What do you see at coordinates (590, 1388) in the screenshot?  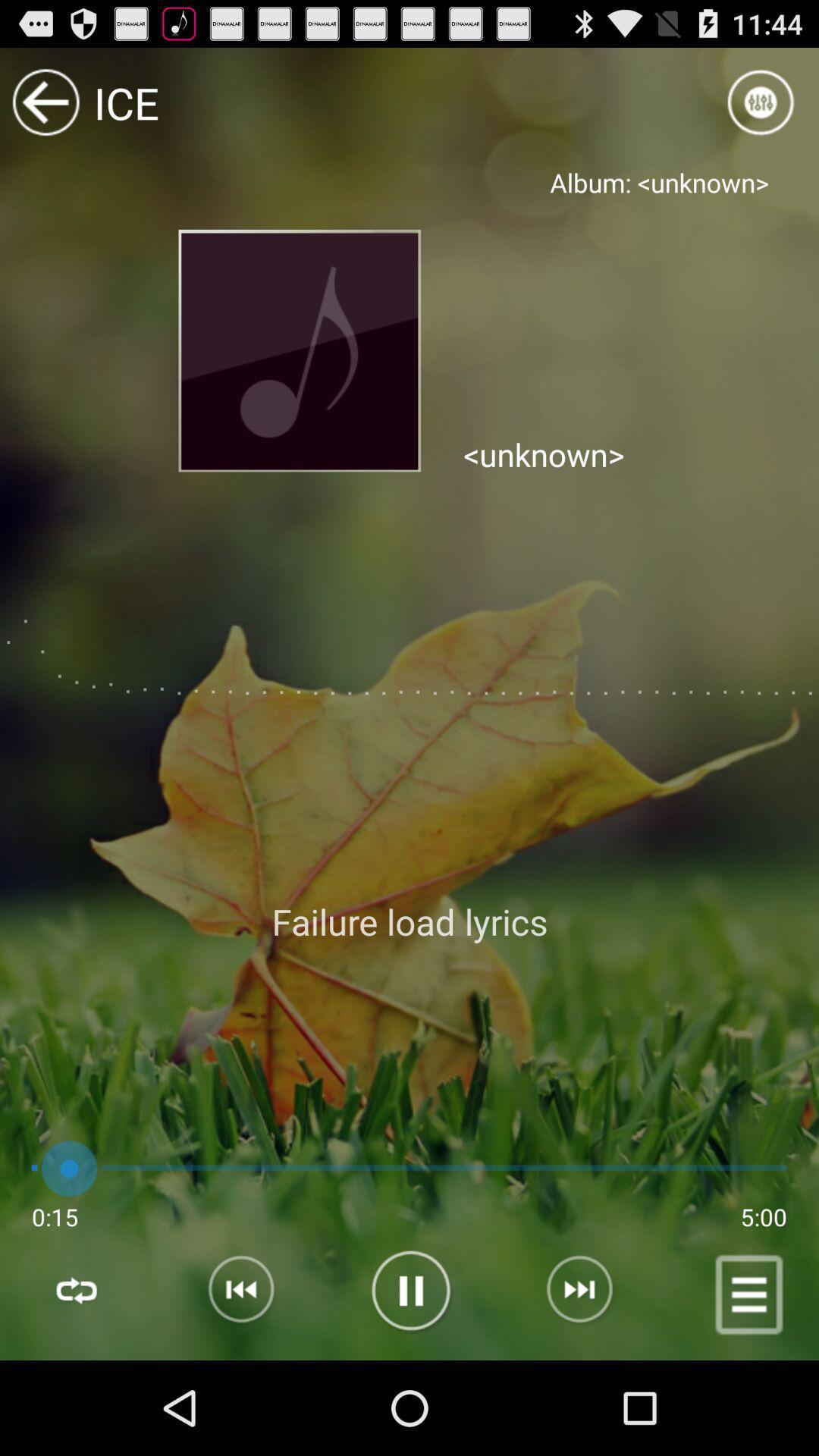 I see `the skip_next icon` at bounding box center [590, 1388].